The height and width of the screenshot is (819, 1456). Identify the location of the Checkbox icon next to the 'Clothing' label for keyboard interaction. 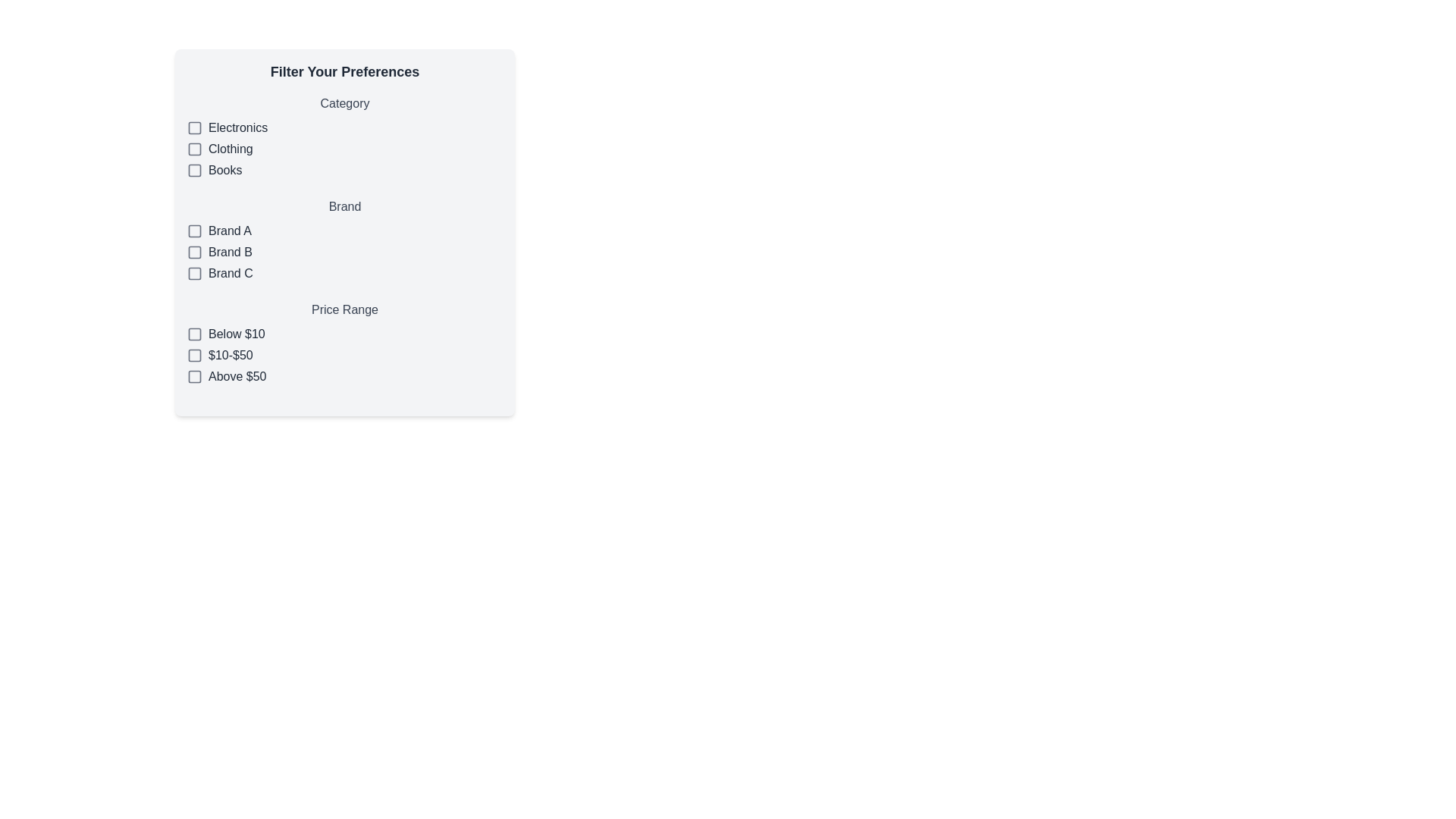
(194, 149).